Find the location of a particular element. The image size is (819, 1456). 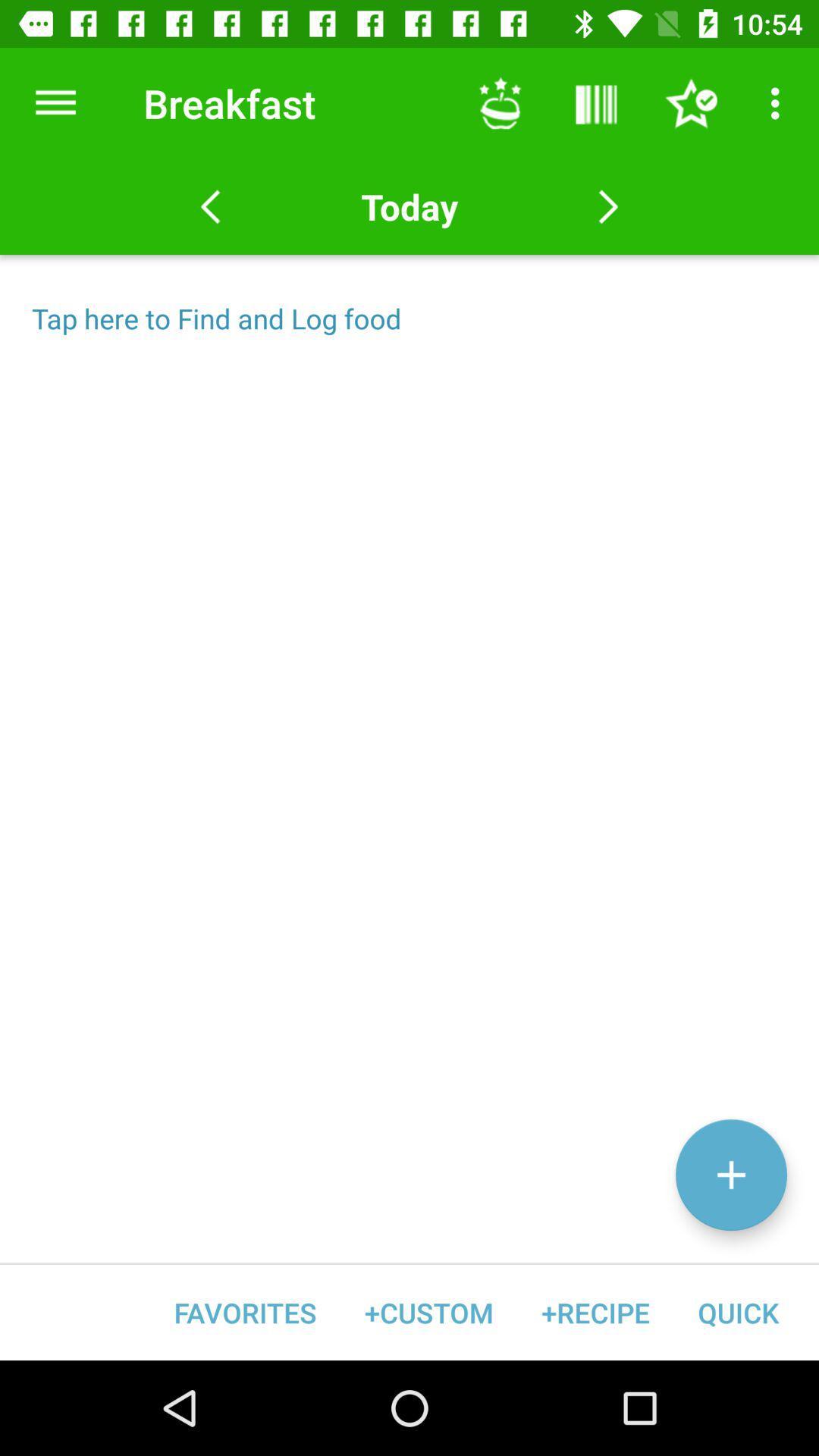

the arrow_forward icon is located at coordinates (607, 206).